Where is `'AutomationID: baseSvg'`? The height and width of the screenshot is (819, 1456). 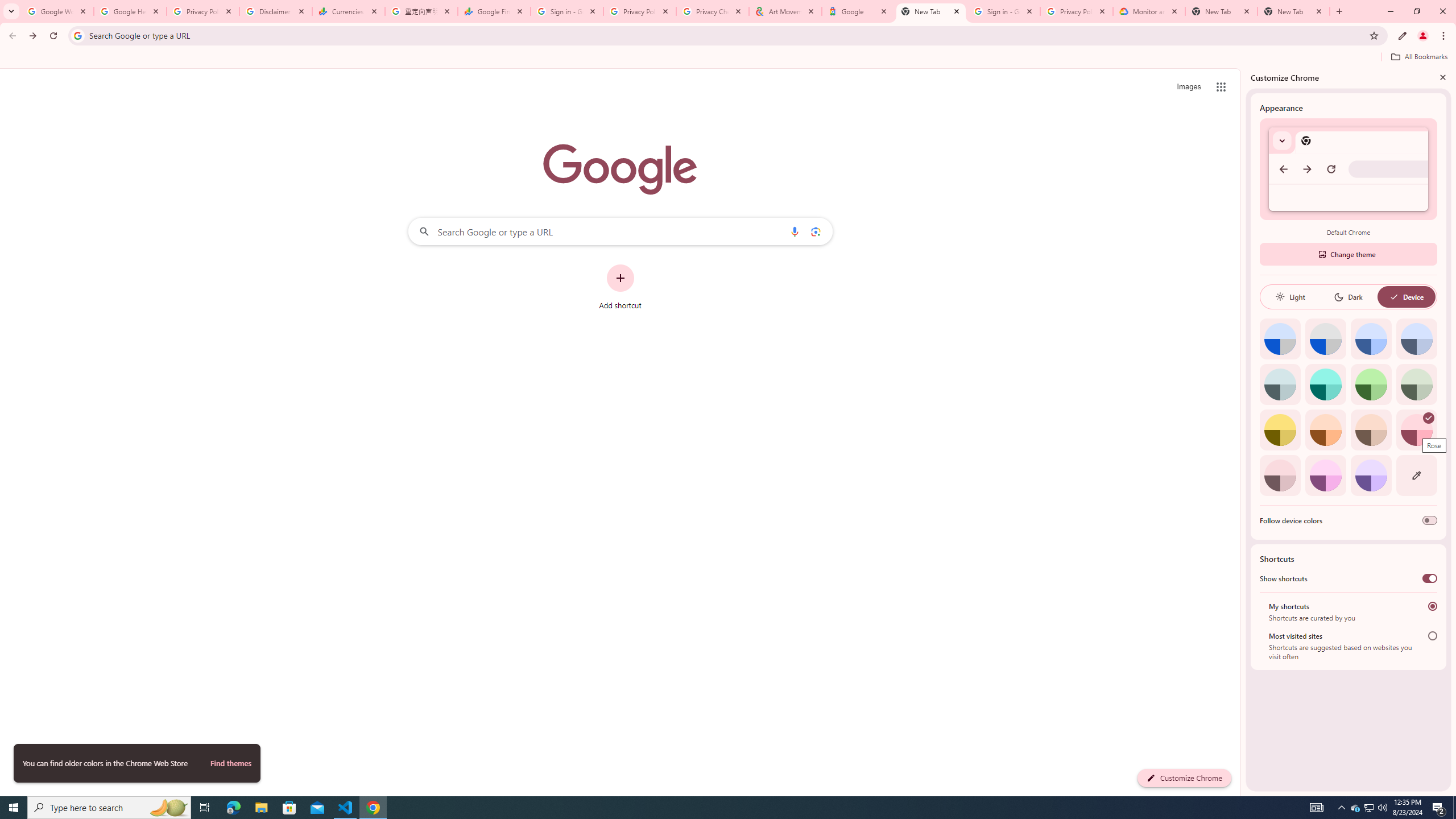
'AutomationID: baseSvg' is located at coordinates (1393, 296).